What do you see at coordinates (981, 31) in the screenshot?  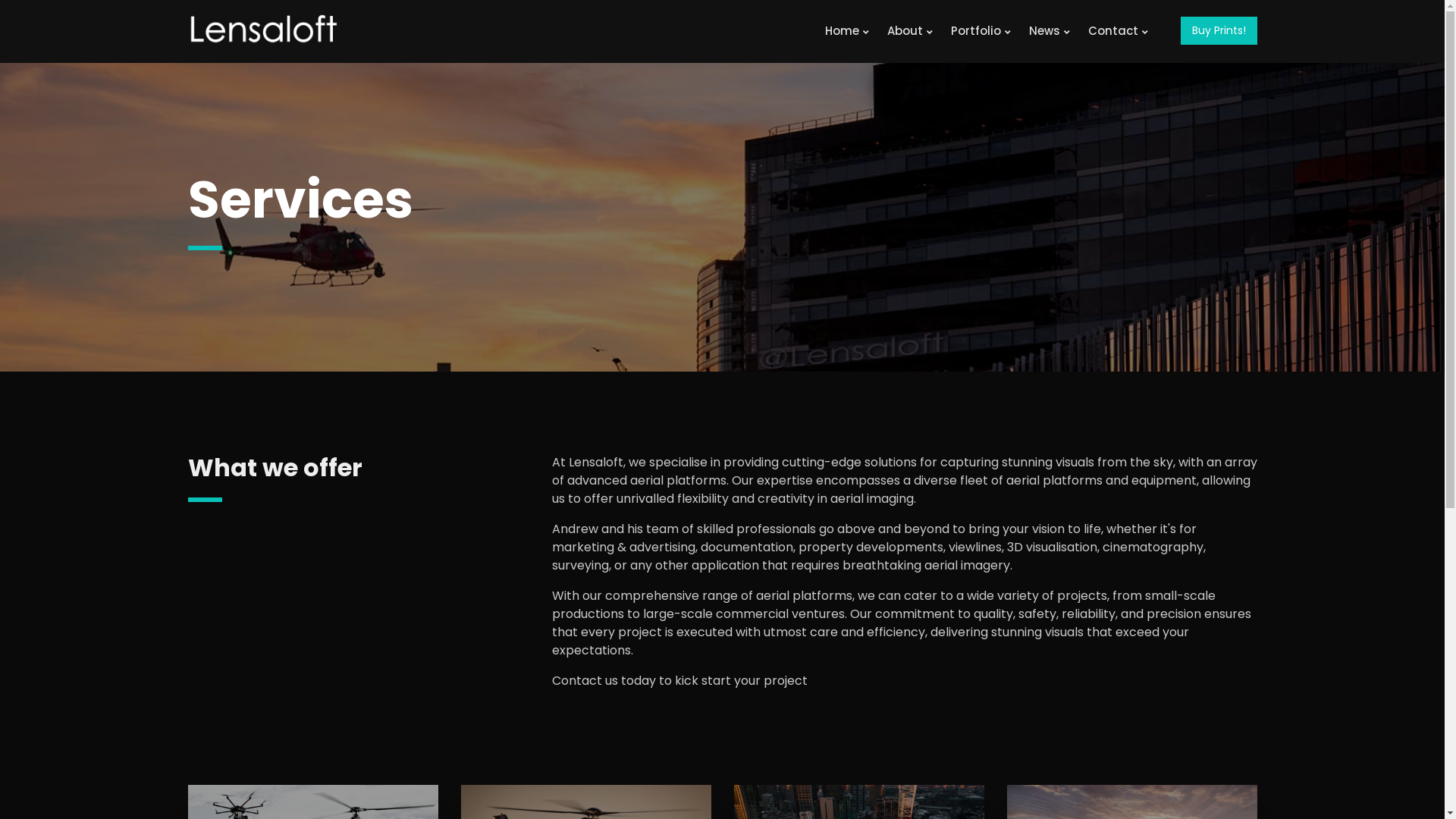 I see `'Portfolio'` at bounding box center [981, 31].